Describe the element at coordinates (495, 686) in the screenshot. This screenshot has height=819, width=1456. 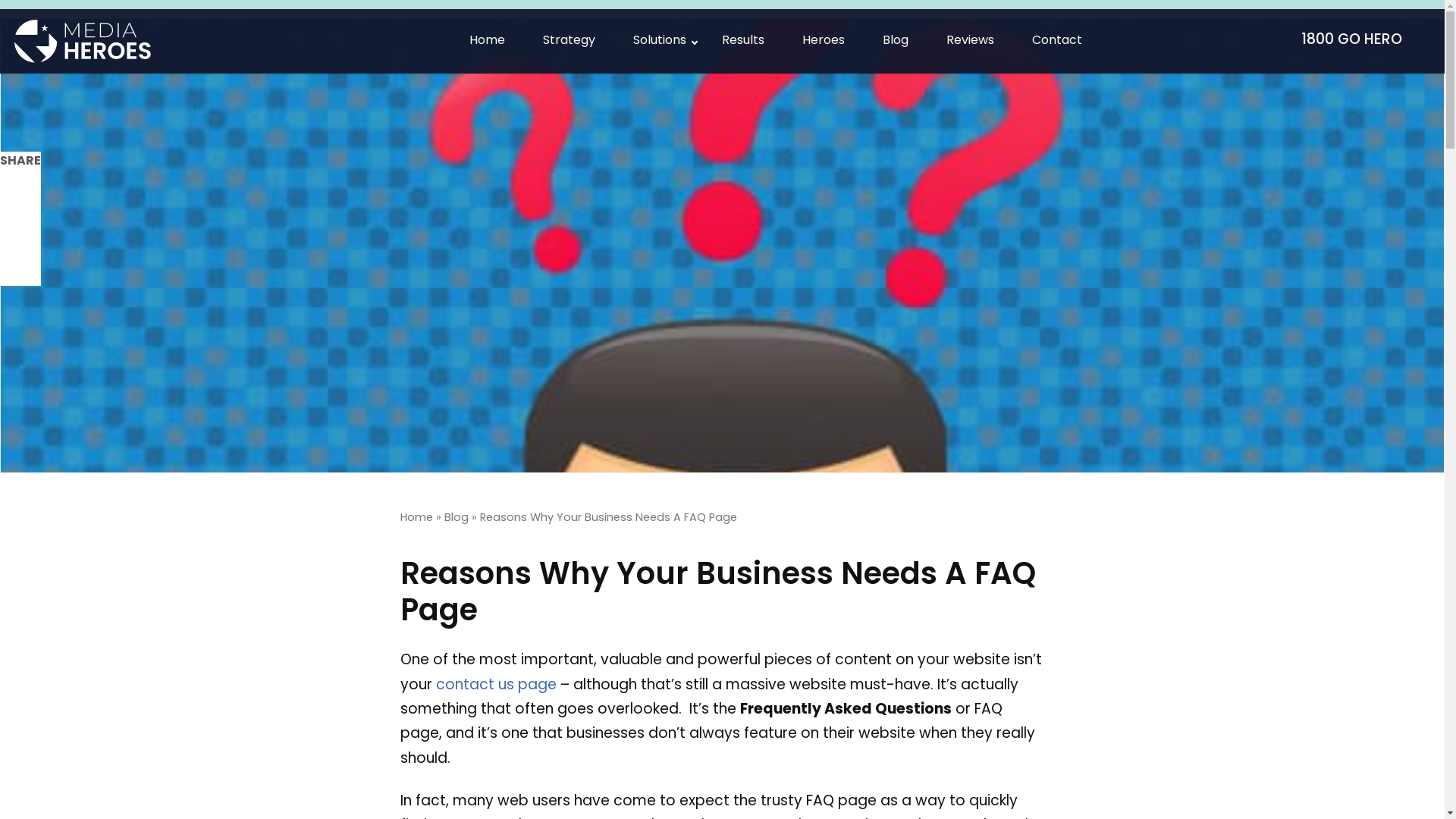
I see `'contact us page'` at that location.